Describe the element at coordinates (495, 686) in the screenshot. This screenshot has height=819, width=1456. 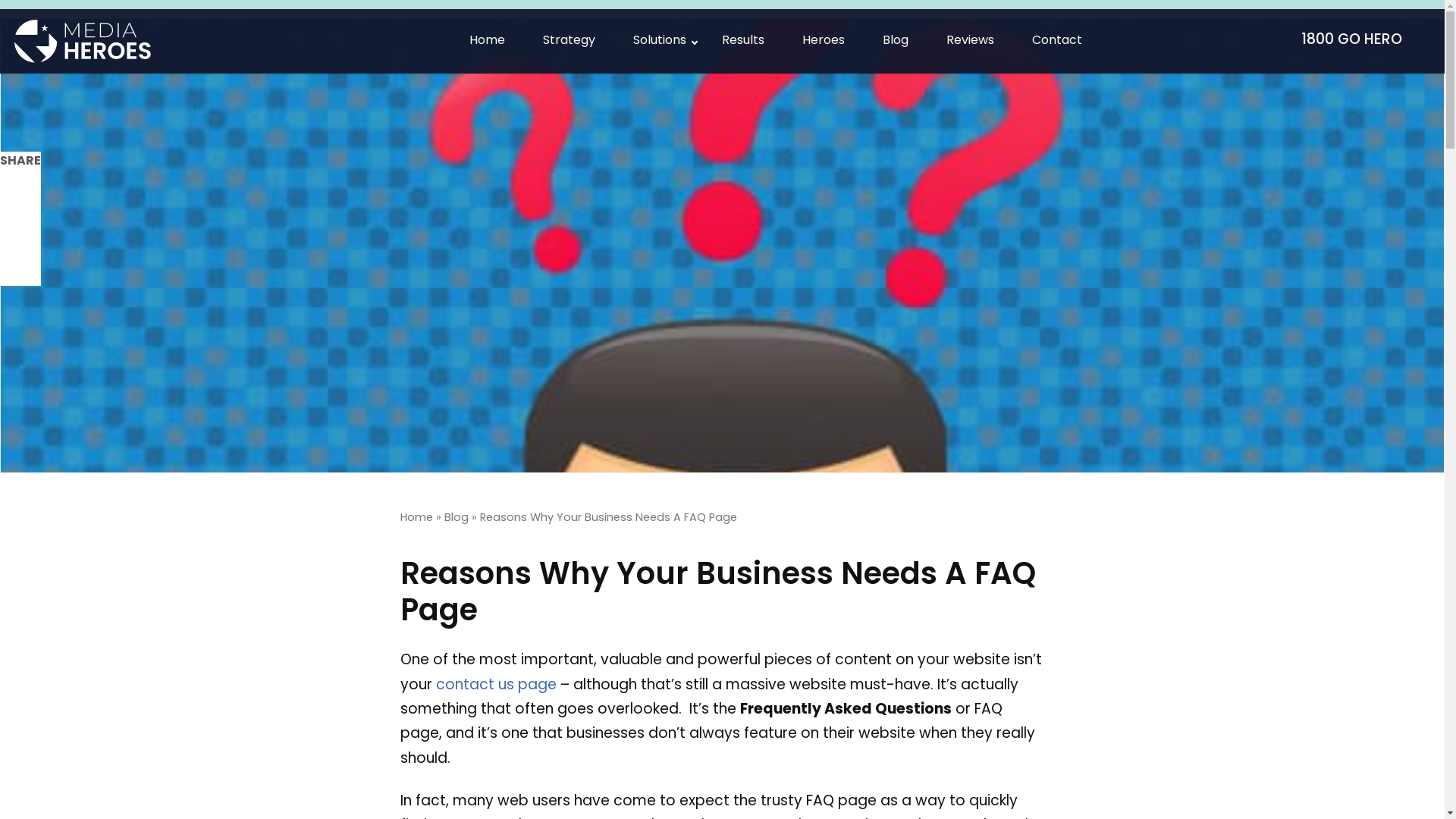
I see `'contact us page'` at that location.